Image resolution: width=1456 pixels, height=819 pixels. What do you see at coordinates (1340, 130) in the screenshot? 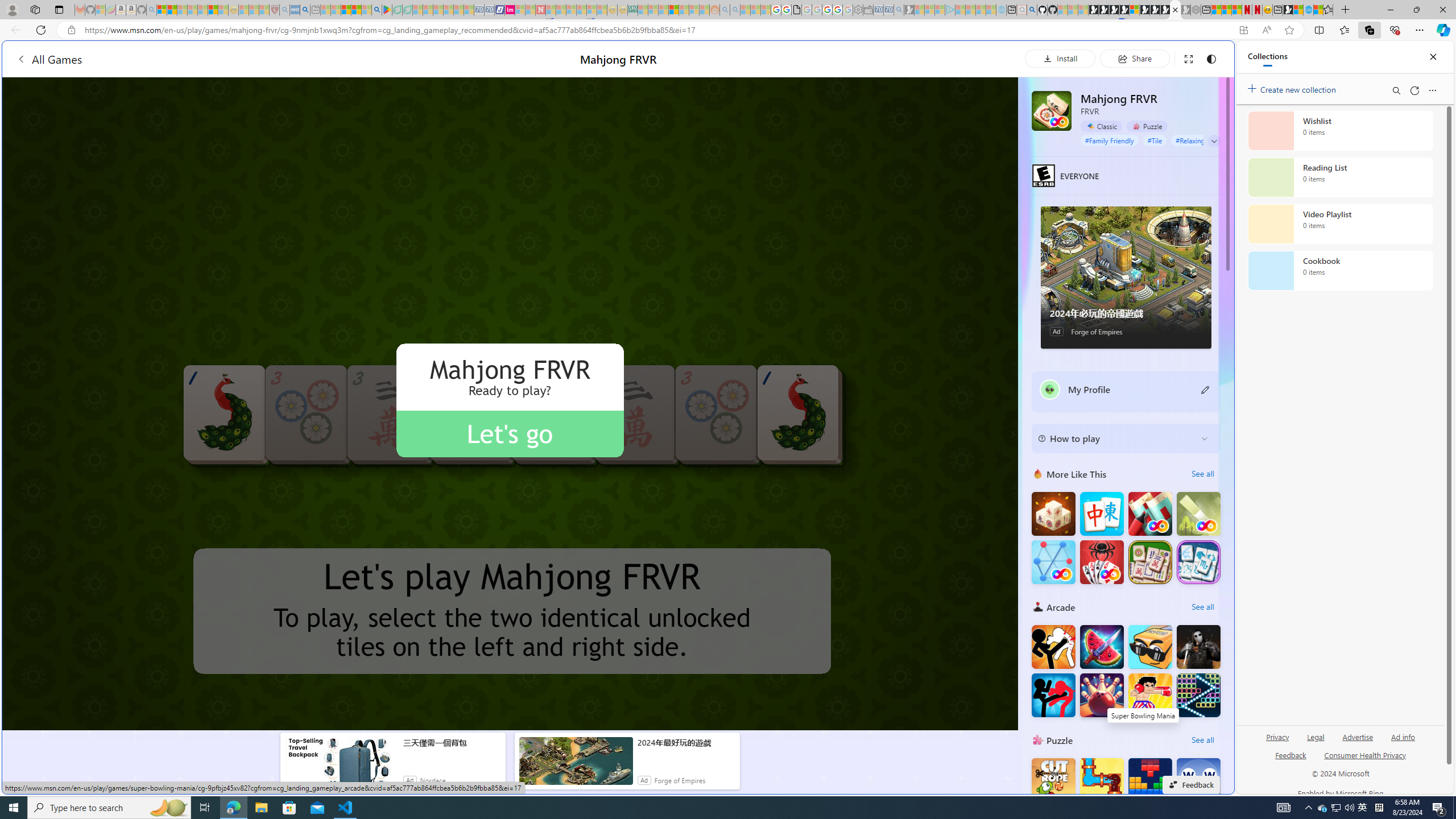
I see `'Wishlist collection, 0 items'` at bounding box center [1340, 130].